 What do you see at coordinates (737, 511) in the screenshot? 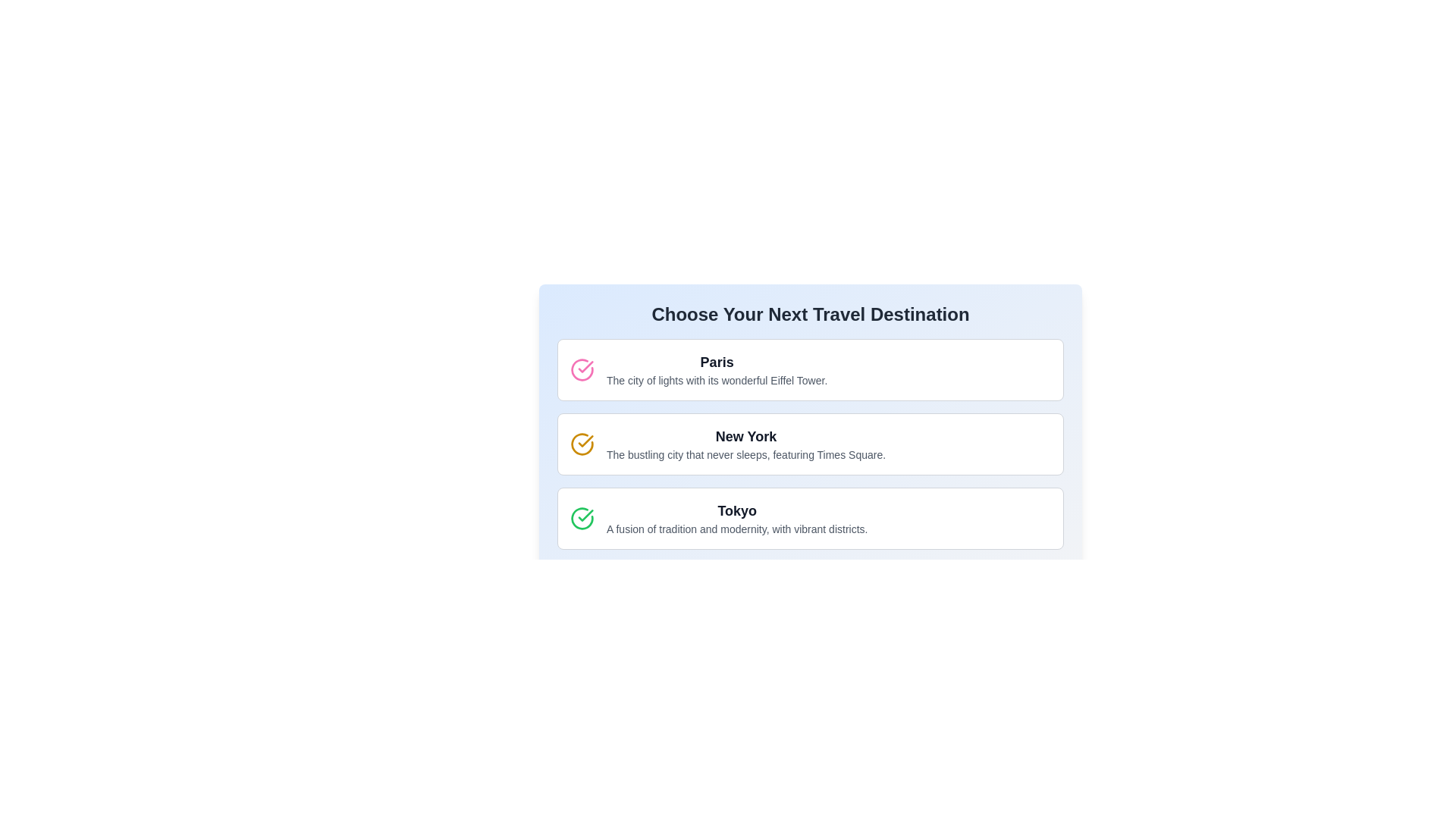
I see `the Text Label that serves as a heading for the travel destination 'Tokyo,' located above the description text in the third group of the travel destinations list` at bounding box center [737, 511].